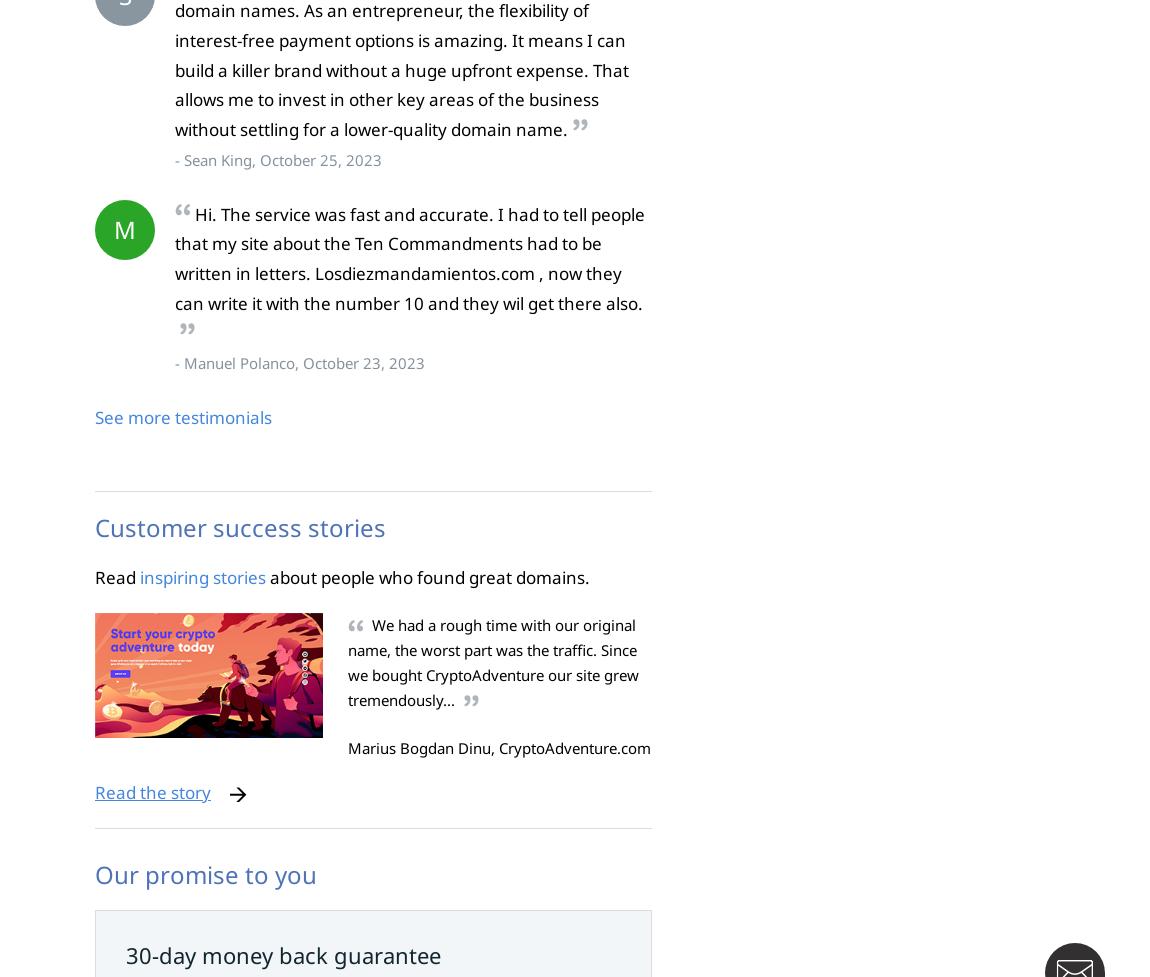 This screenshot has height=977, width=1150. What do you see at coordinates (151, 791) in the screenshot?
I see `'Read the story'` at bounding box center [151, 791].